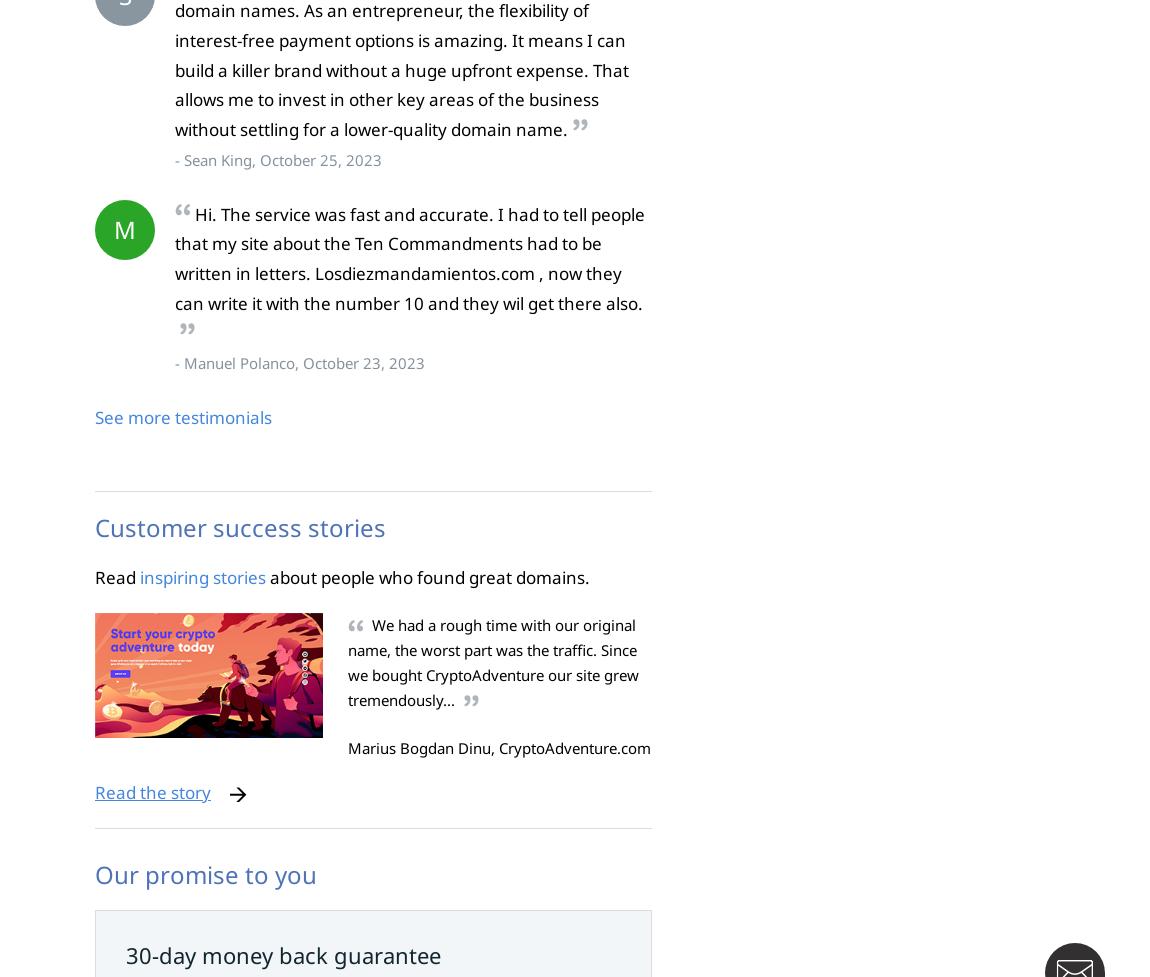 This screenshot has height=977, width=1150. What do you see at coordinates (151, 791) in the screenshot?
I see `'Read the story'` at bounding box center [151, 791].